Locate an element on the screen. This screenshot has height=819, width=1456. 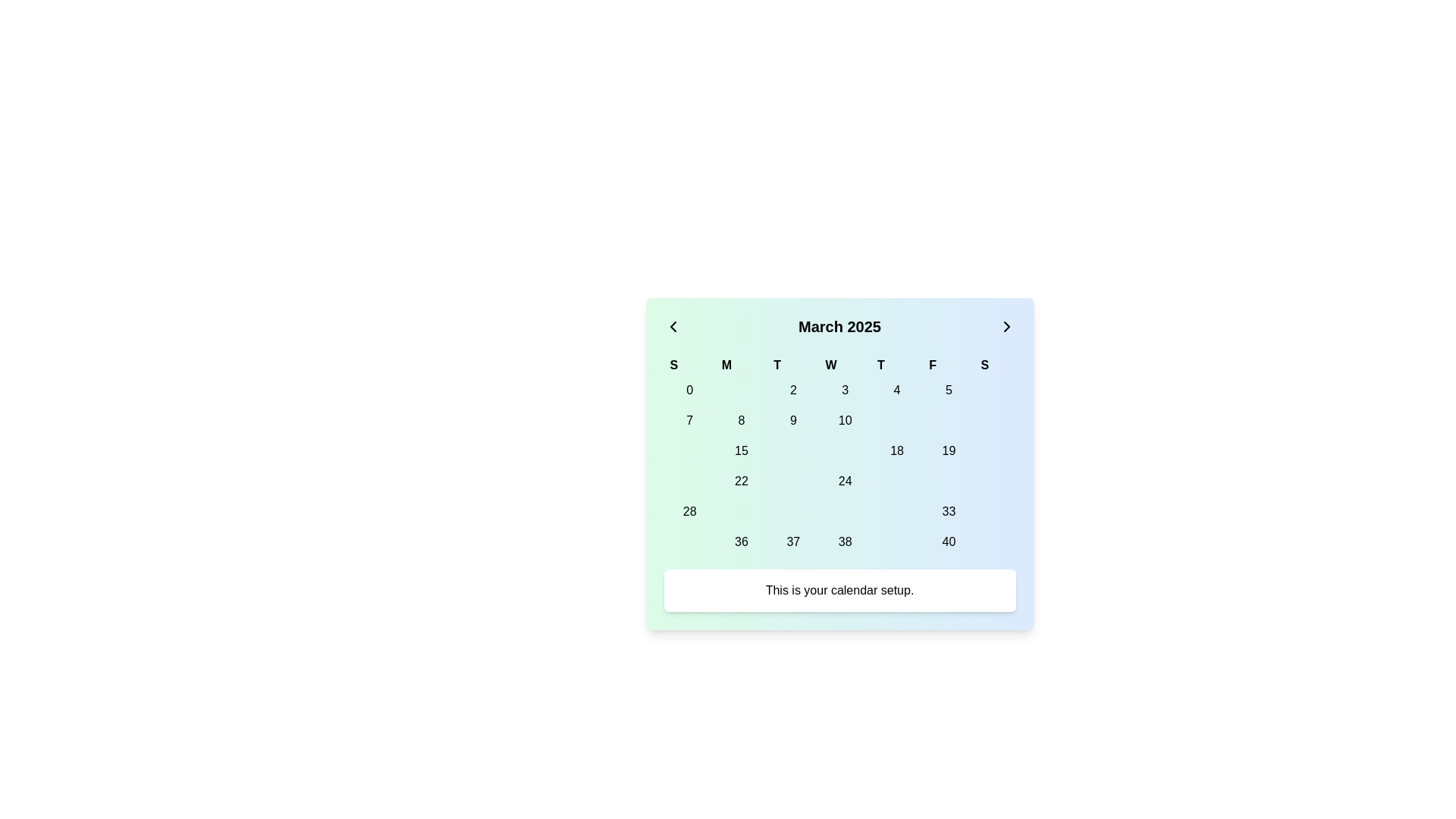
the UI indicator located in the seventh column of the calendar dates row, positioned at the bottom-right corner of the calendar grid panel is located at coordinates (995, 450).